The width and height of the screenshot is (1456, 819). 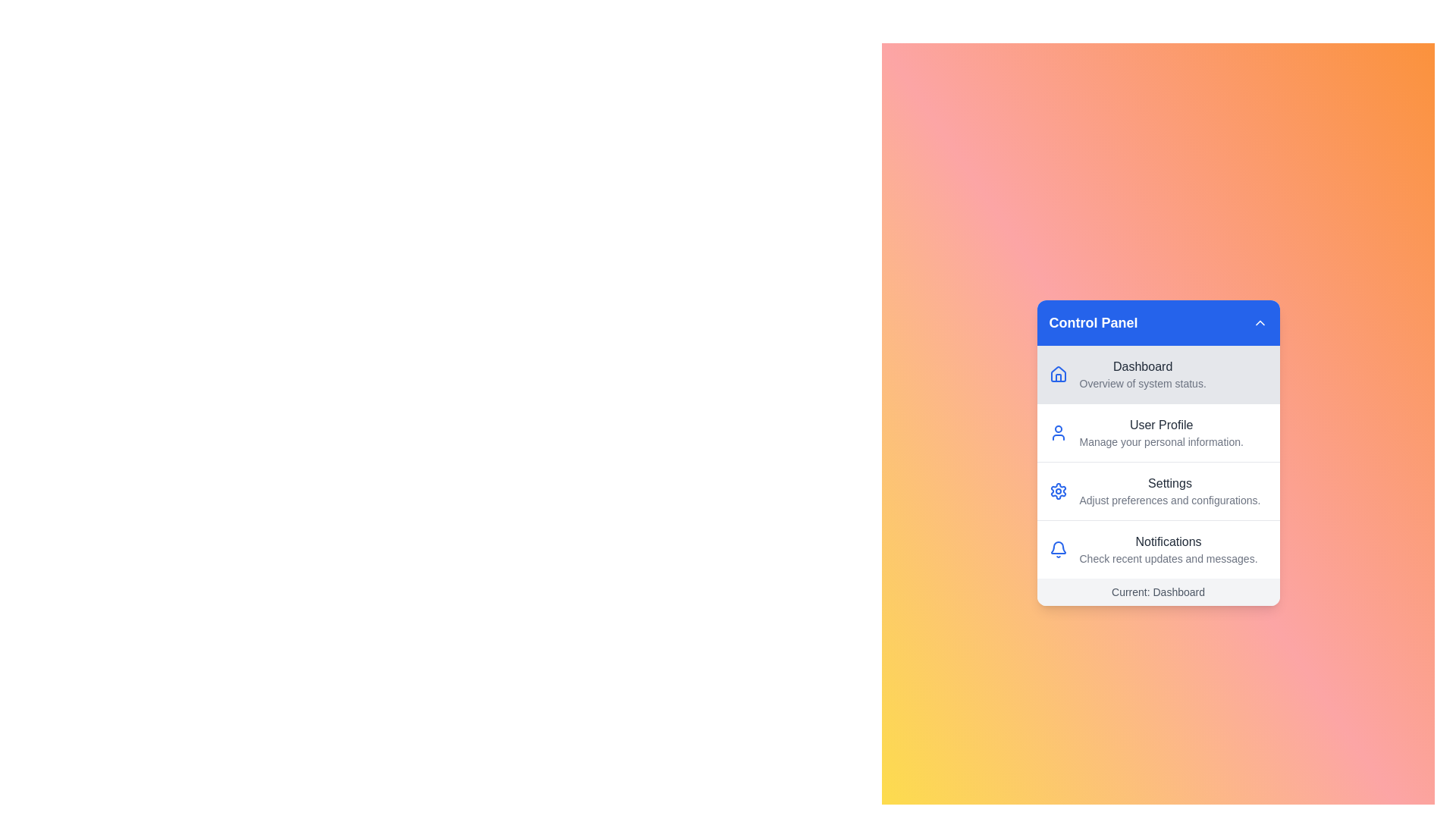 What do you see at coordinates (1260, 322) in the screenshot?
I see `the header button to toggle the menu visibility` at bounding box center [1260, 322].